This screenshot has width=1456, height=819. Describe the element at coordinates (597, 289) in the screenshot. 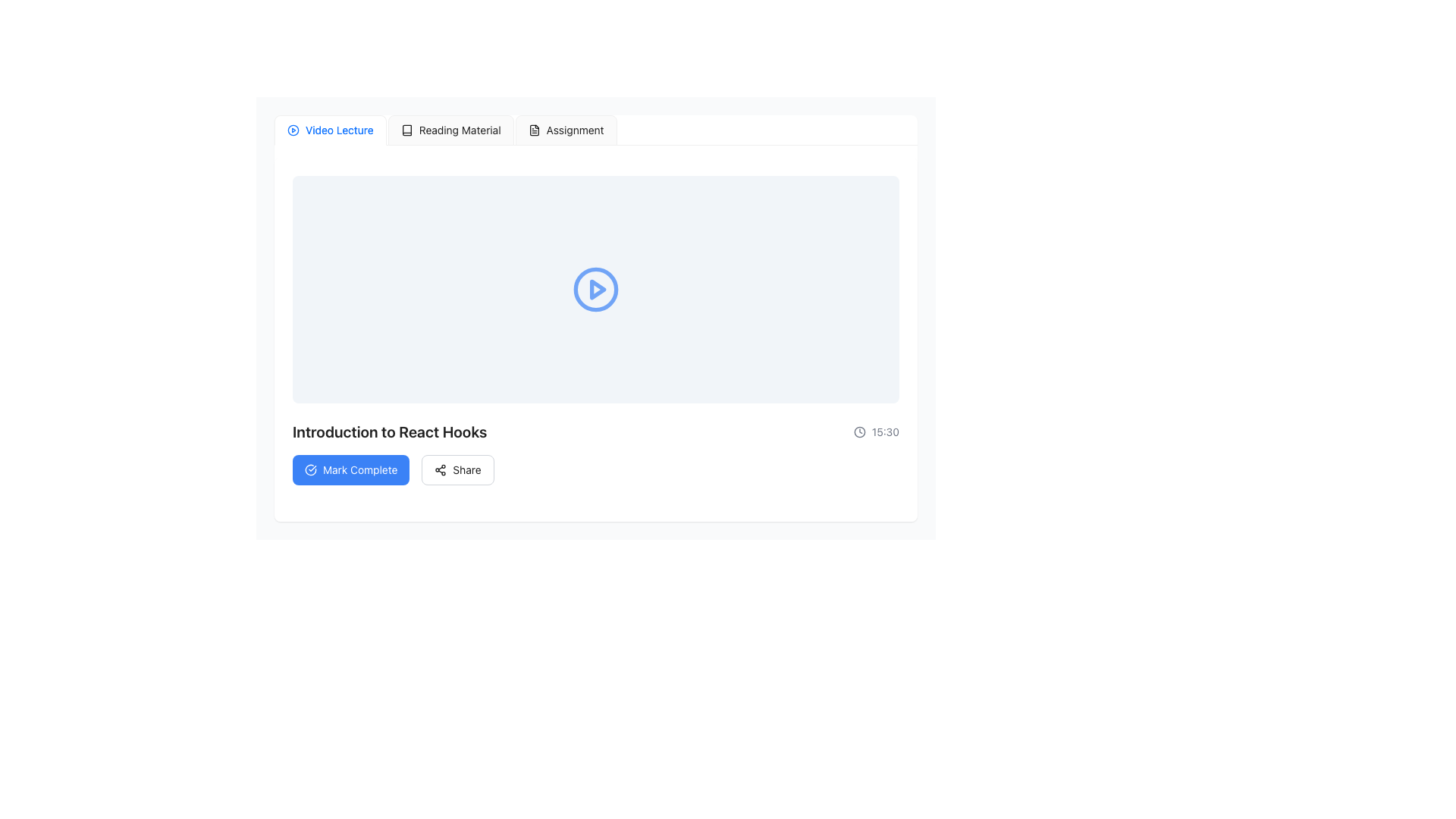

I see `the blue triangular play icon located at the center of the play button in the grey rectangular video player section` at that location.